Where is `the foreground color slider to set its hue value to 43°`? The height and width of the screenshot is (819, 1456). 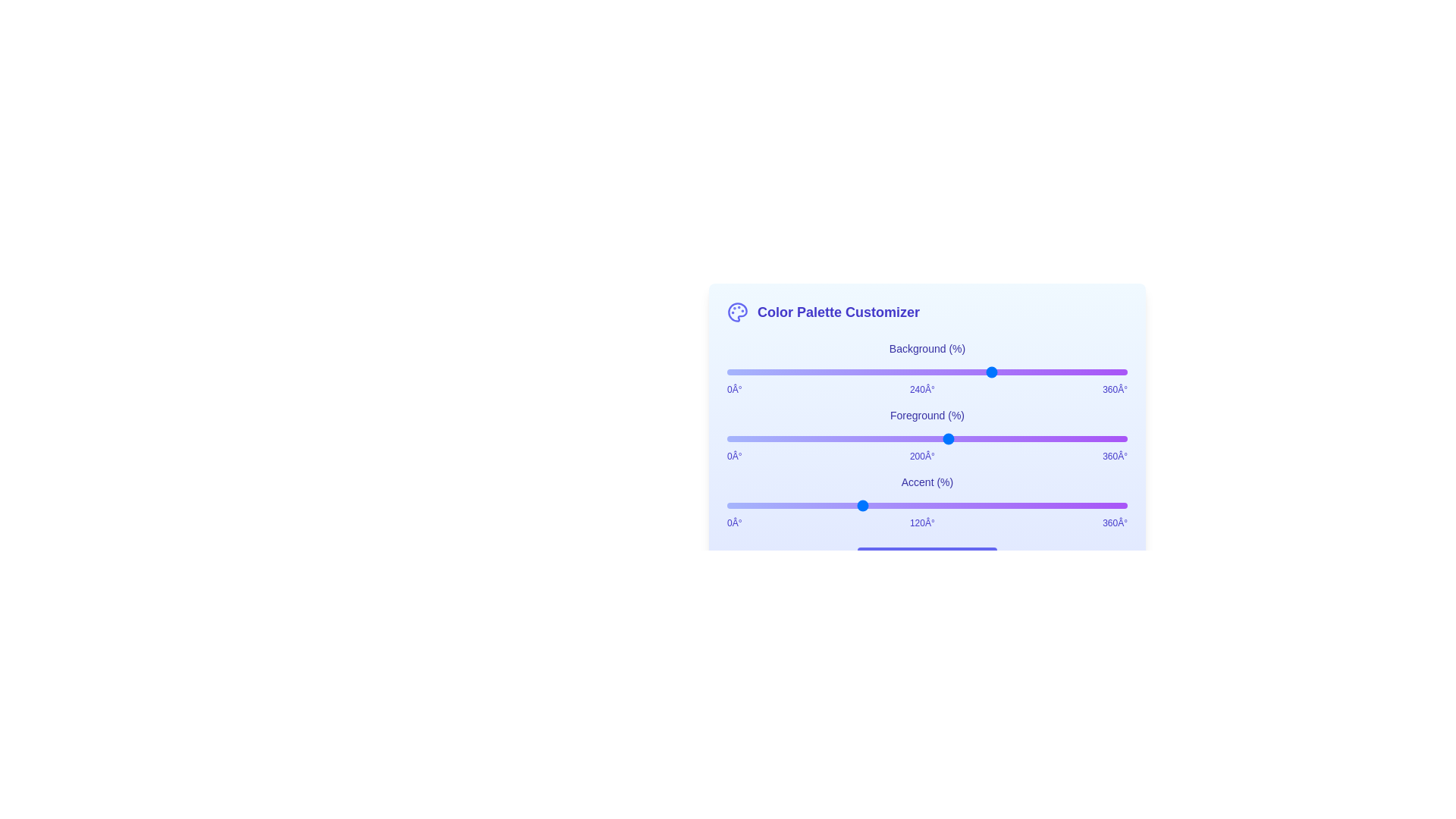 the foreground color slider to set its hue value to 43° is located at coordinates (775, 438).